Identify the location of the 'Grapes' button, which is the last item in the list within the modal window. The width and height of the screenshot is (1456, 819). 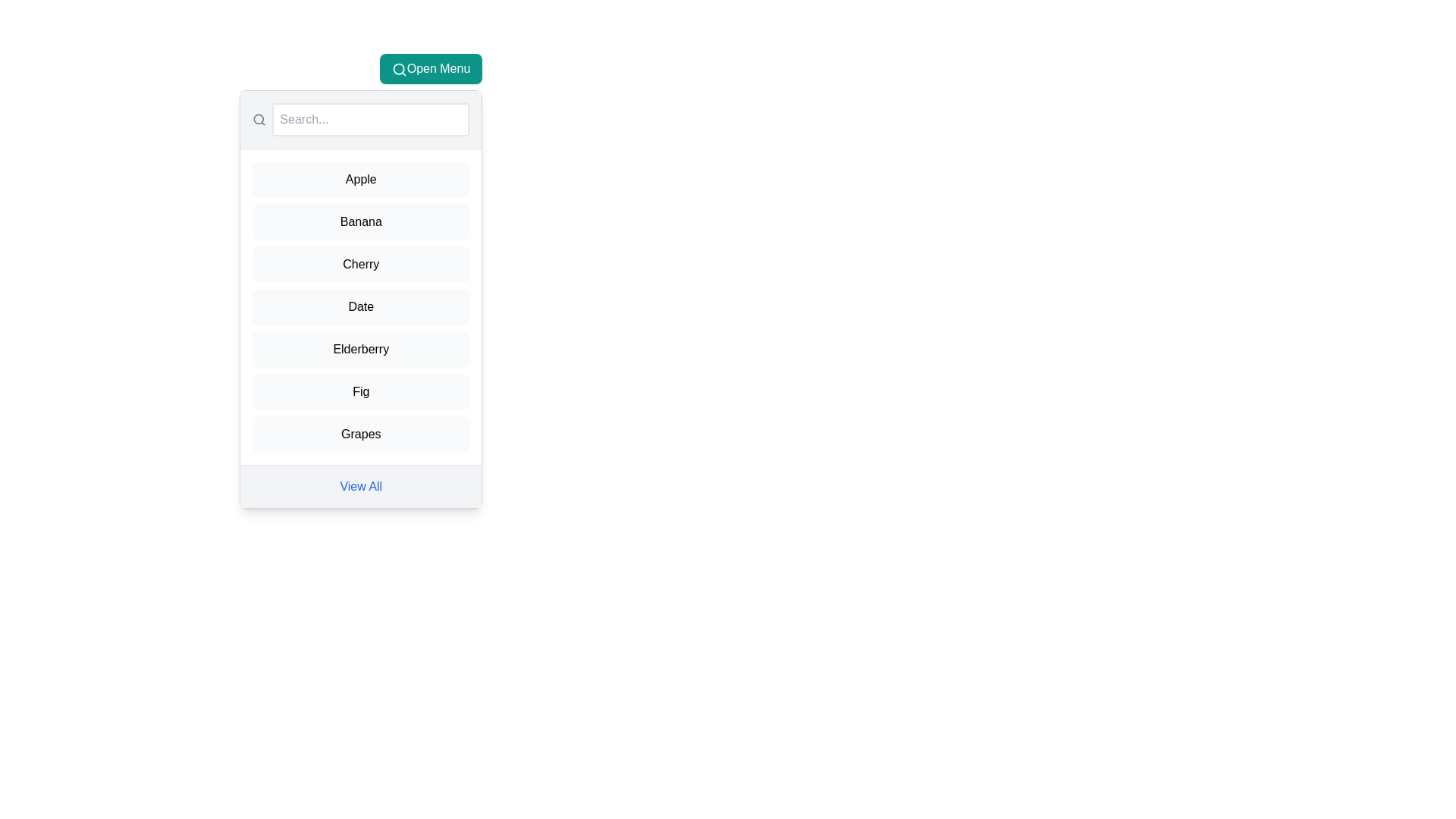
(360, 435).